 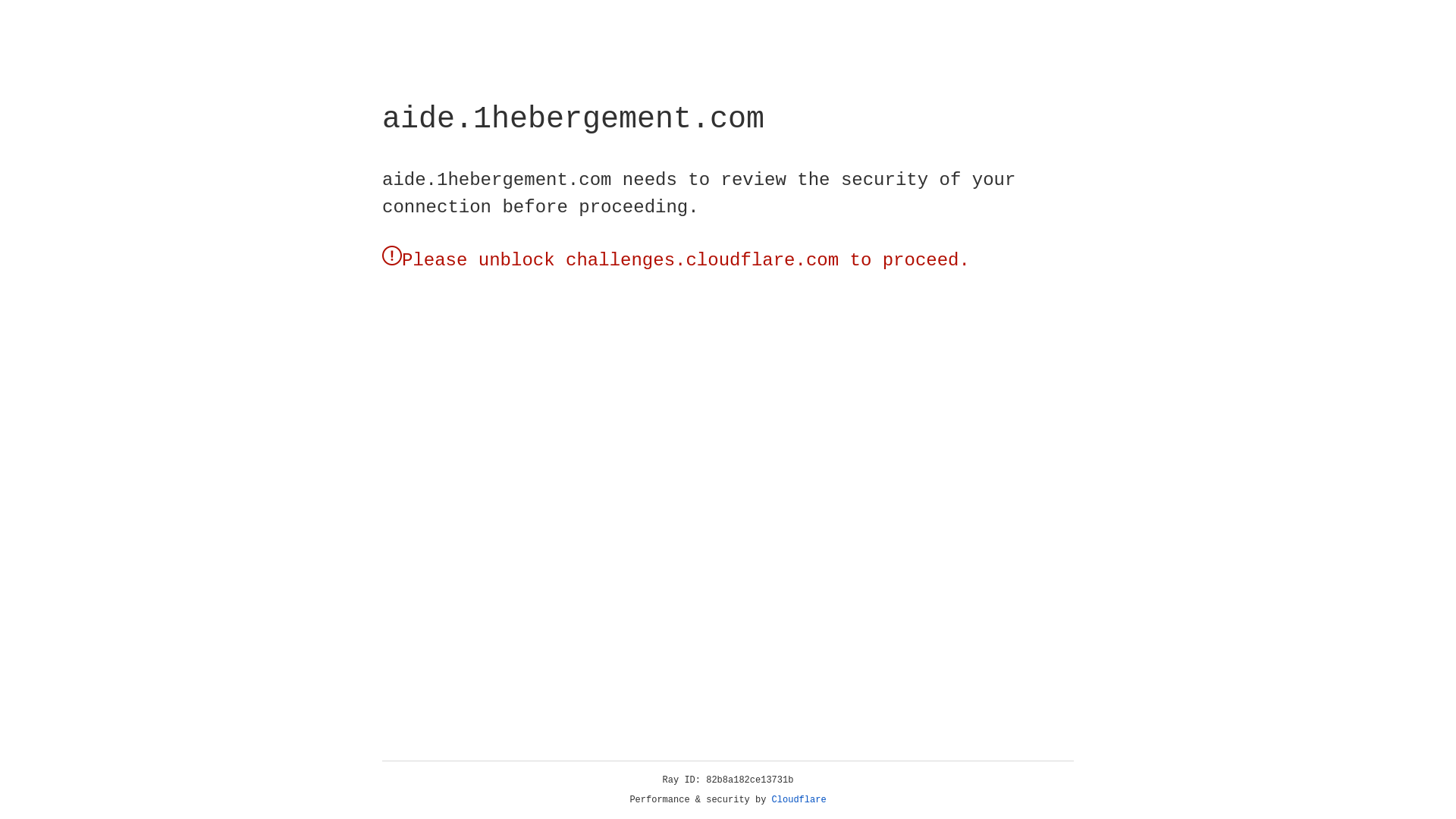 I want to click on 'Cloudflare', so click(x=771, y=799).